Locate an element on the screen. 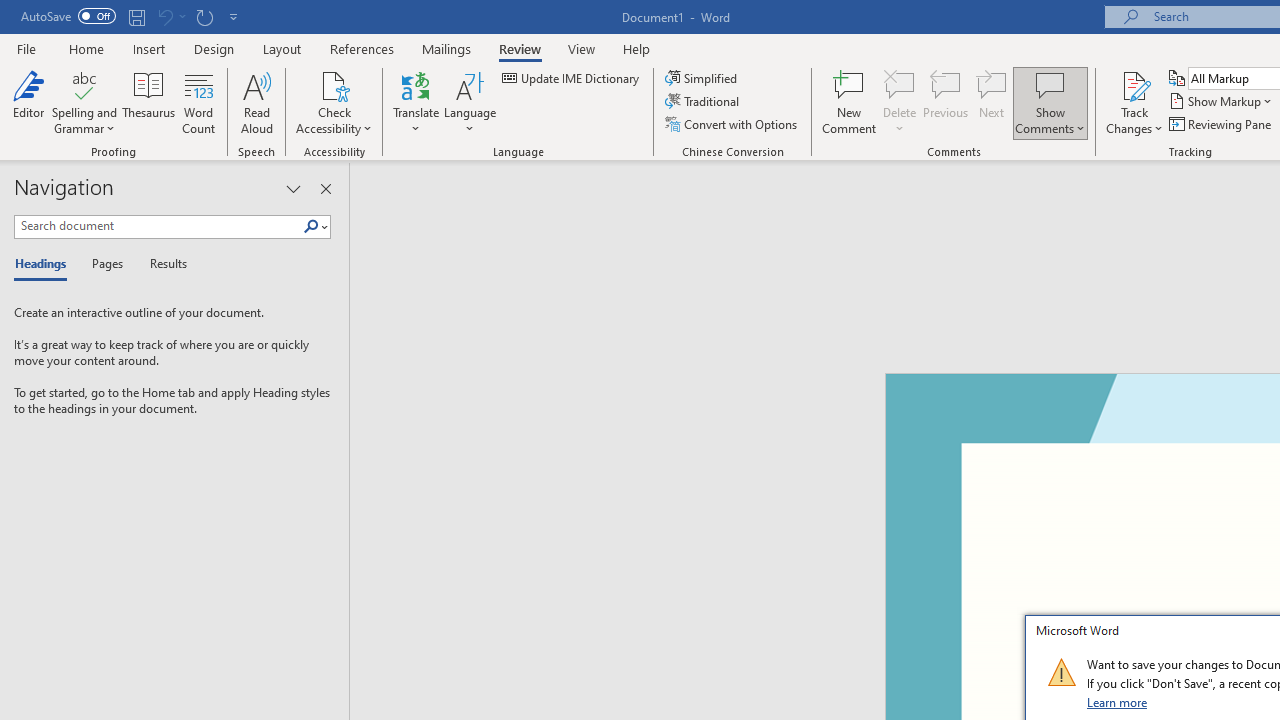  'Task Pane Options' is located at coordinates (292, 189).